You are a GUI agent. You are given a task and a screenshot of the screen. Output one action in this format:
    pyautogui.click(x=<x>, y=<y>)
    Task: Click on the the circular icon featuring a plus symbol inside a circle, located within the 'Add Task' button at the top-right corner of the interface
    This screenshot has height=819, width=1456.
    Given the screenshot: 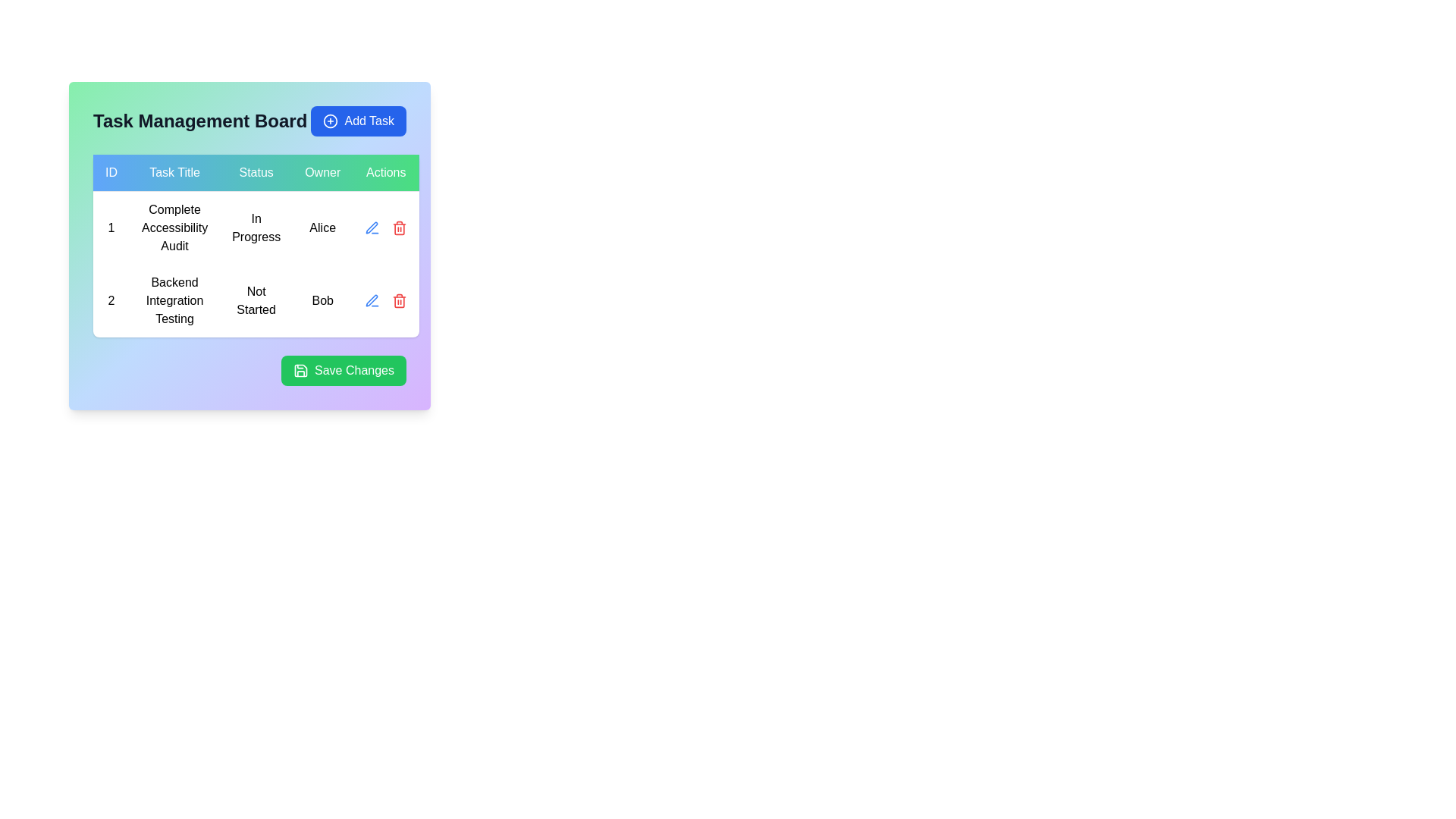 What is the action you would take?
    pyautogui.click(x=330, y=120)
    